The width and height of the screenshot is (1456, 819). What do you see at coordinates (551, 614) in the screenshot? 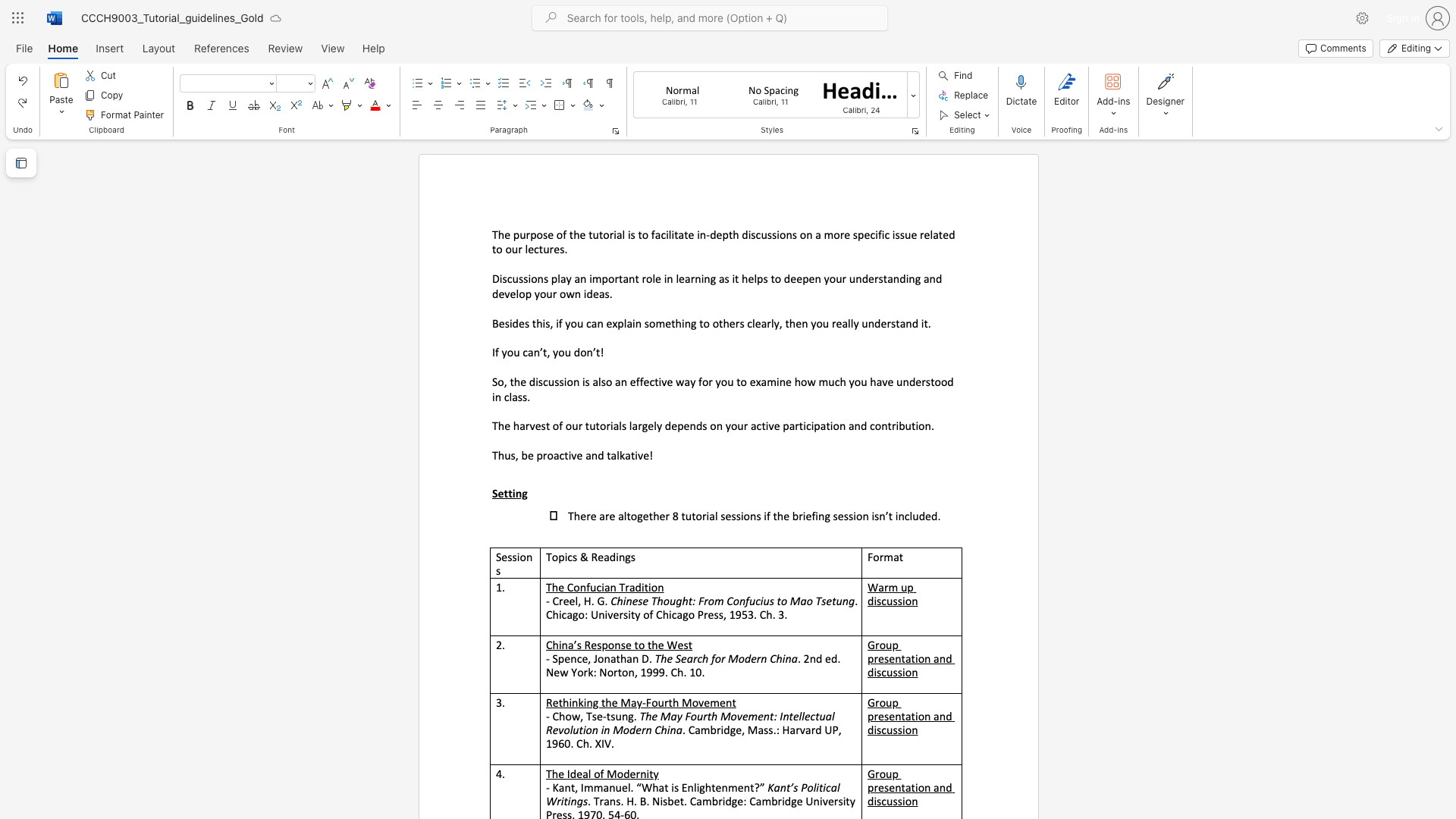
I see `the subset text "hicago: University of Chicago Press, 19" within the text ". Chicago: University of Chicago Press, 1953. Ch. 3."` at bounding box center [551, 614].